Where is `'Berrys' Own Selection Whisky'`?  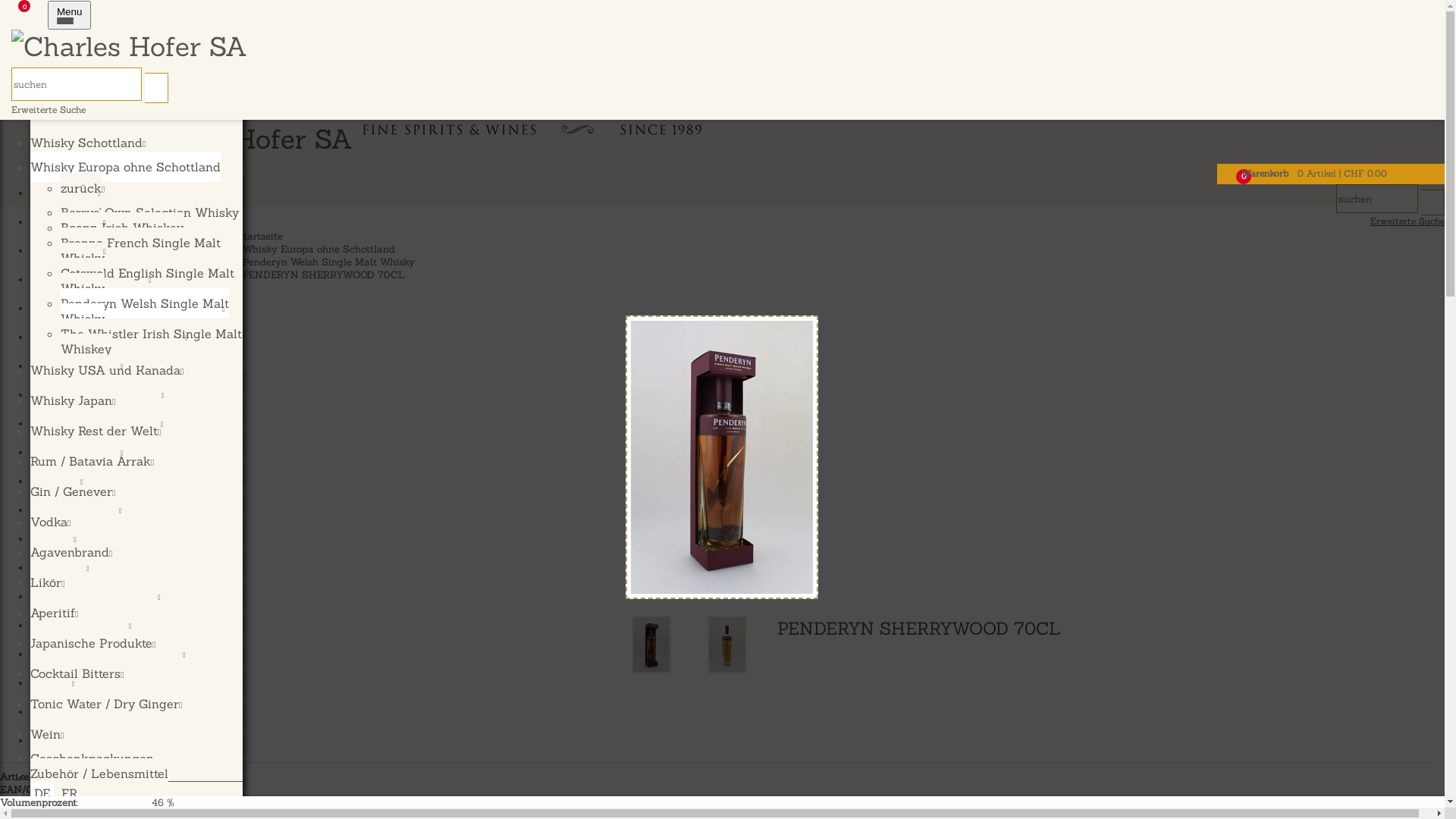 'Berrys' Own Selection Whisky' is located at coordinates (149, 212).